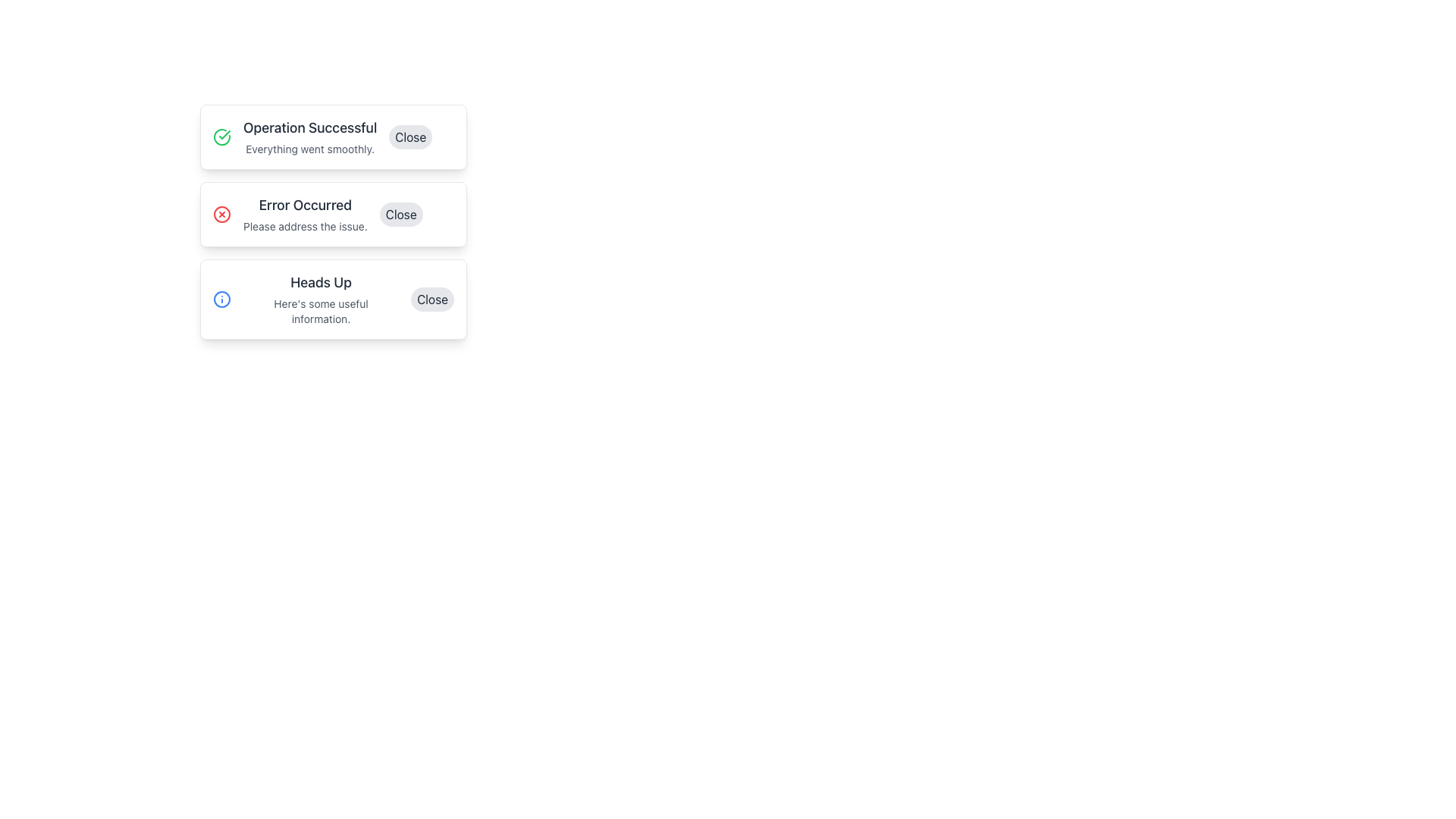  What do you see at coordinates (224, 133) in the screenshot?
I see `green checkmark component within the 'Operation Successful' notification bar, located in the SVG icon to the left of the text` at bounding box center [224, 133].